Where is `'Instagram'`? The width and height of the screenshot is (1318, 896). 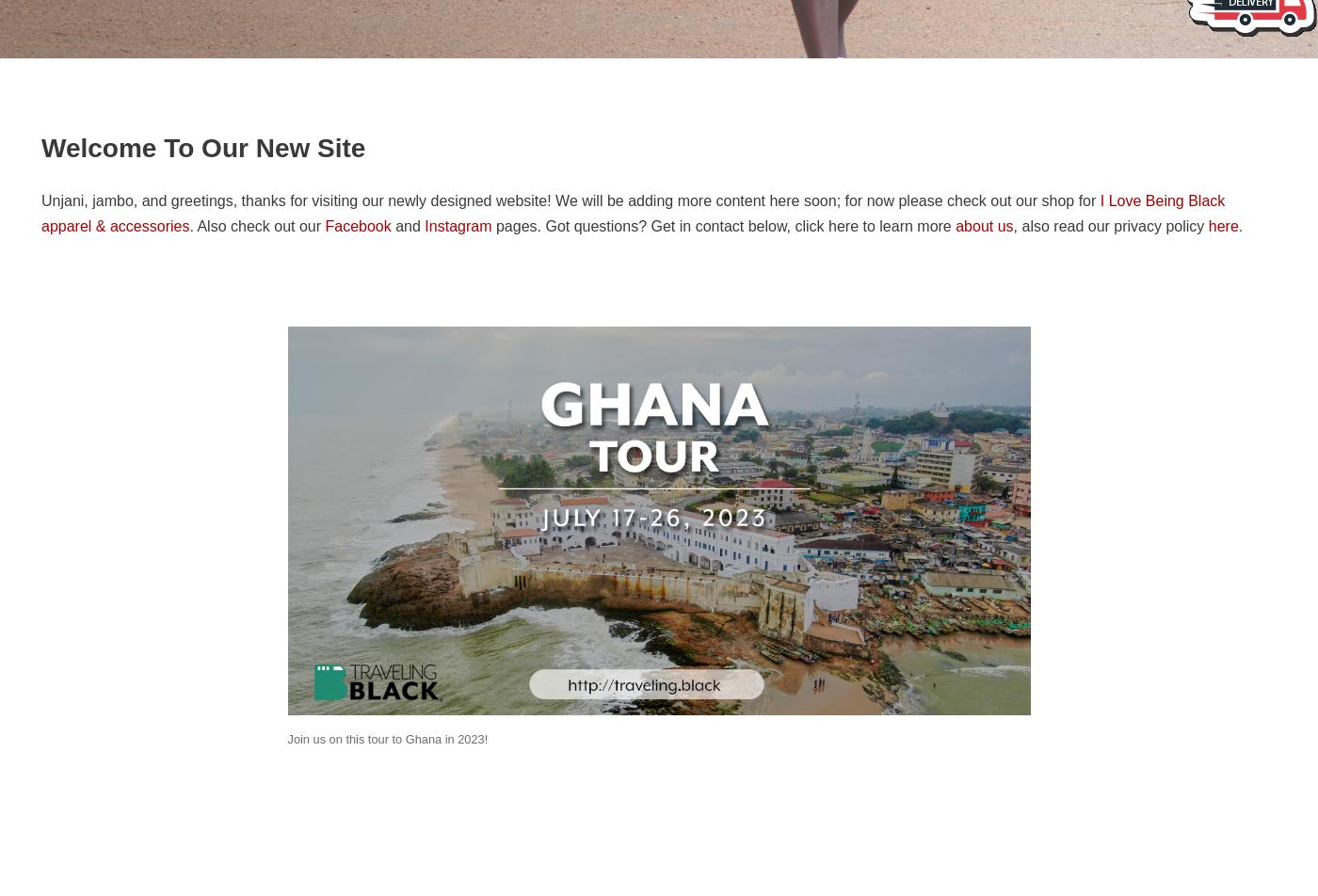 'Instagram' is located at coordinates (424, 226).